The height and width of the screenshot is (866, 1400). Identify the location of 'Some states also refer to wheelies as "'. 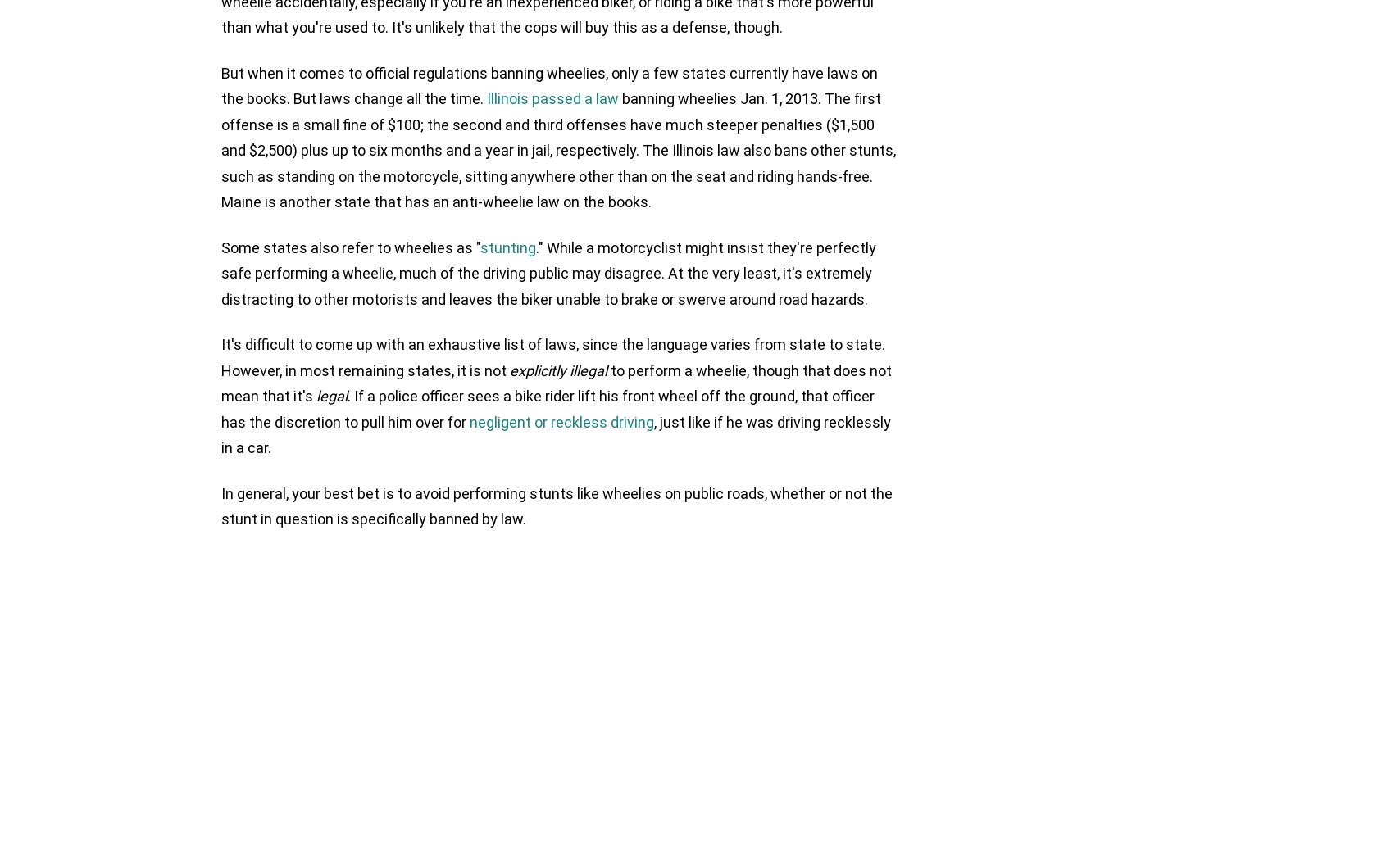
(221, 246).